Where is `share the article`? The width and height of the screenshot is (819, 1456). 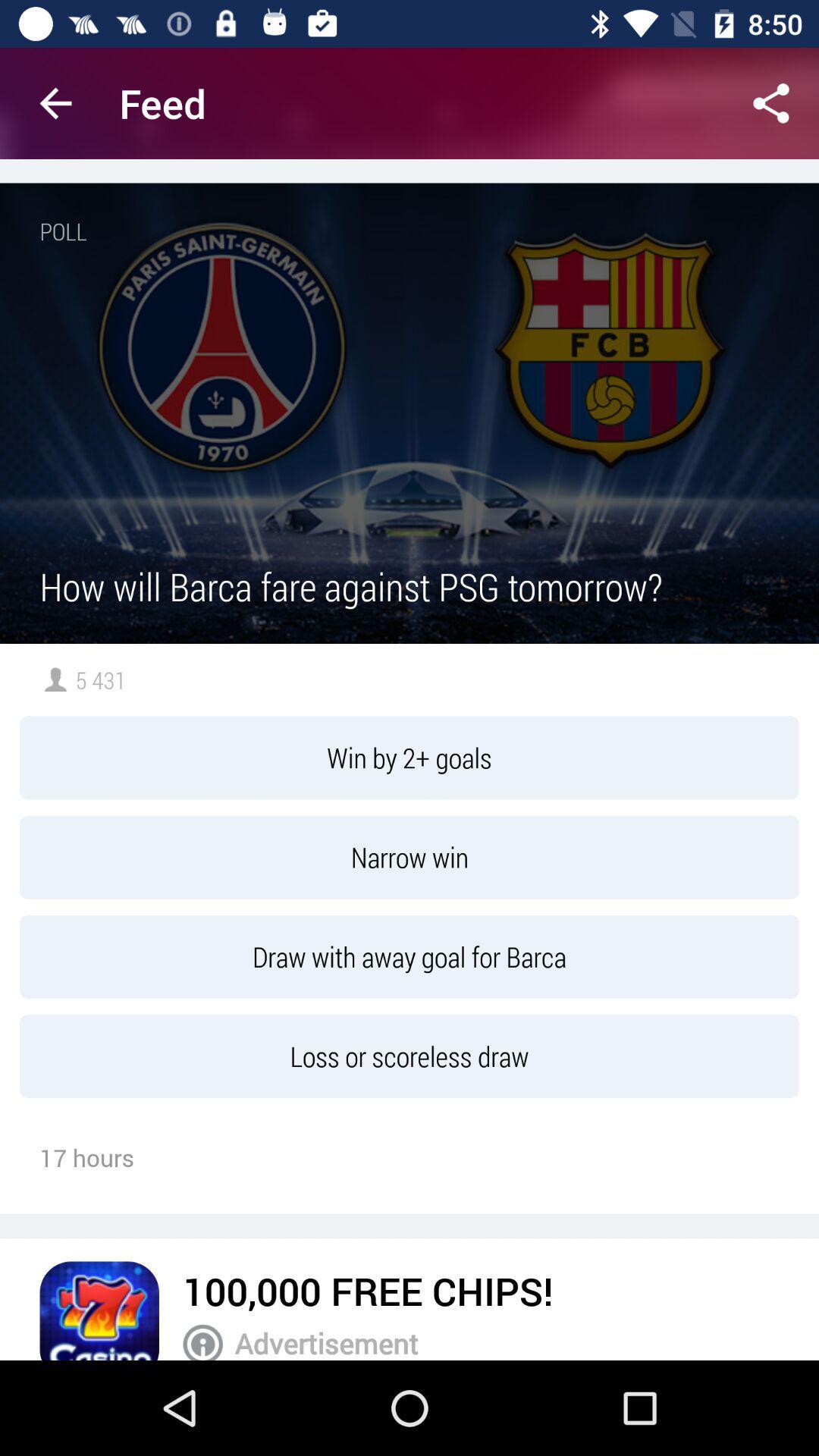 share the article is located at coordinates (771, 102).